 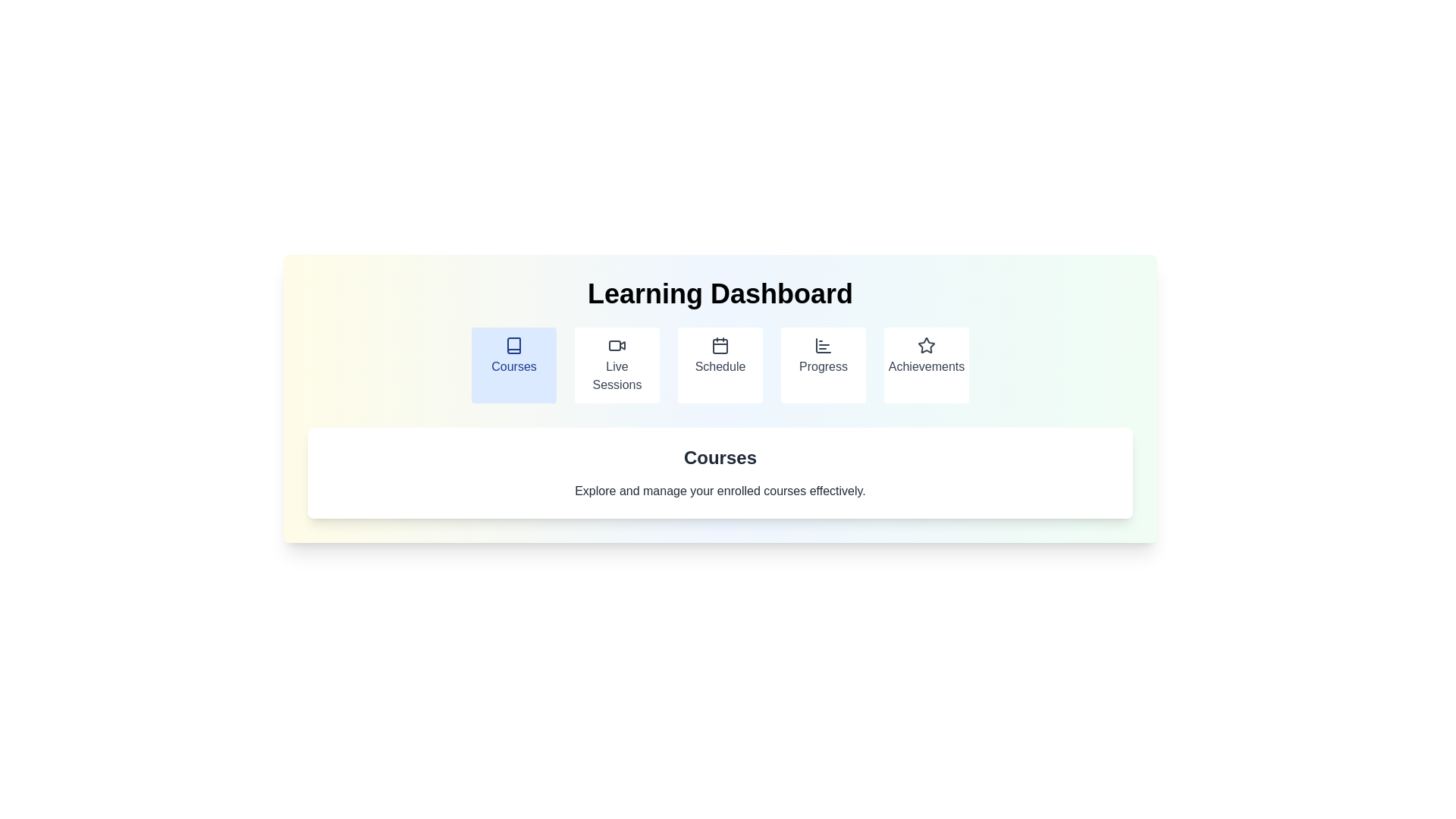 I want to click on the section title element that serves as a heading, positioned above the text 'Explore and manage your enrolled courses effectively.', so click(x=720, y=457).